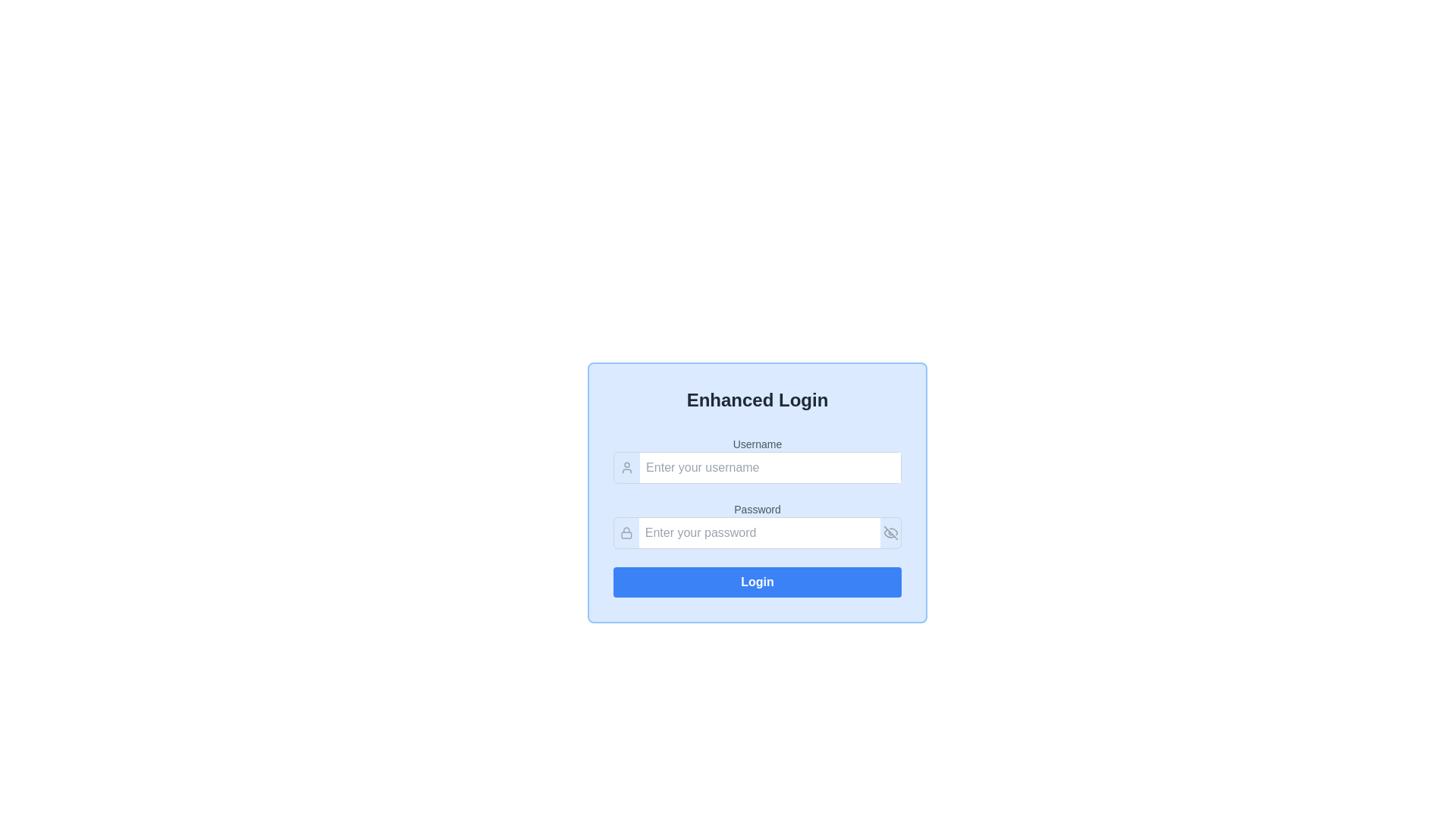  I want to click on the password input field, so click(757, 532).